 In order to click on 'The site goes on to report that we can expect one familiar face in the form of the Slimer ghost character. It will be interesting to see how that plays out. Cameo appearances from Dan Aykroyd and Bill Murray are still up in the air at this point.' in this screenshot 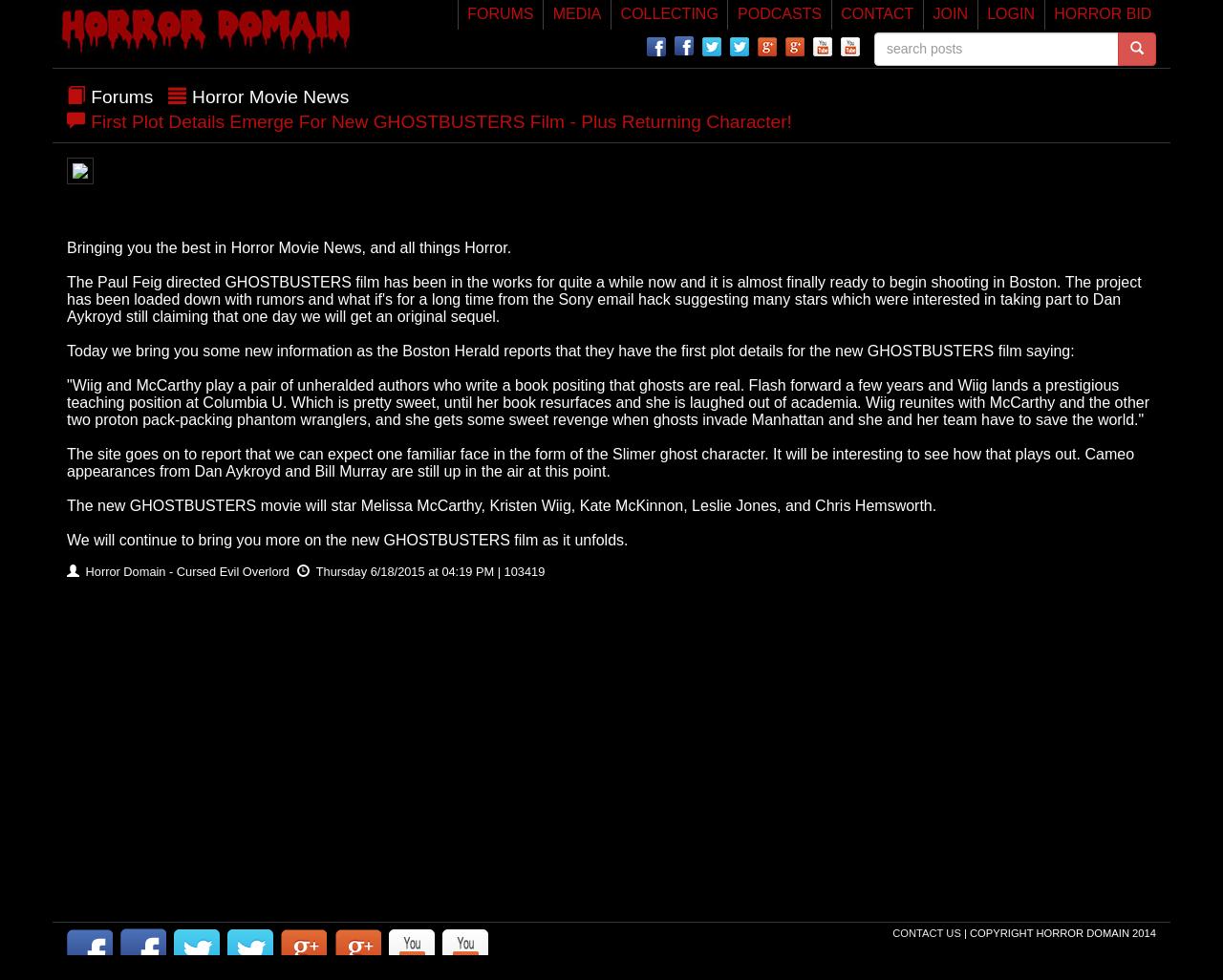, I will do `click(599, 460)`.